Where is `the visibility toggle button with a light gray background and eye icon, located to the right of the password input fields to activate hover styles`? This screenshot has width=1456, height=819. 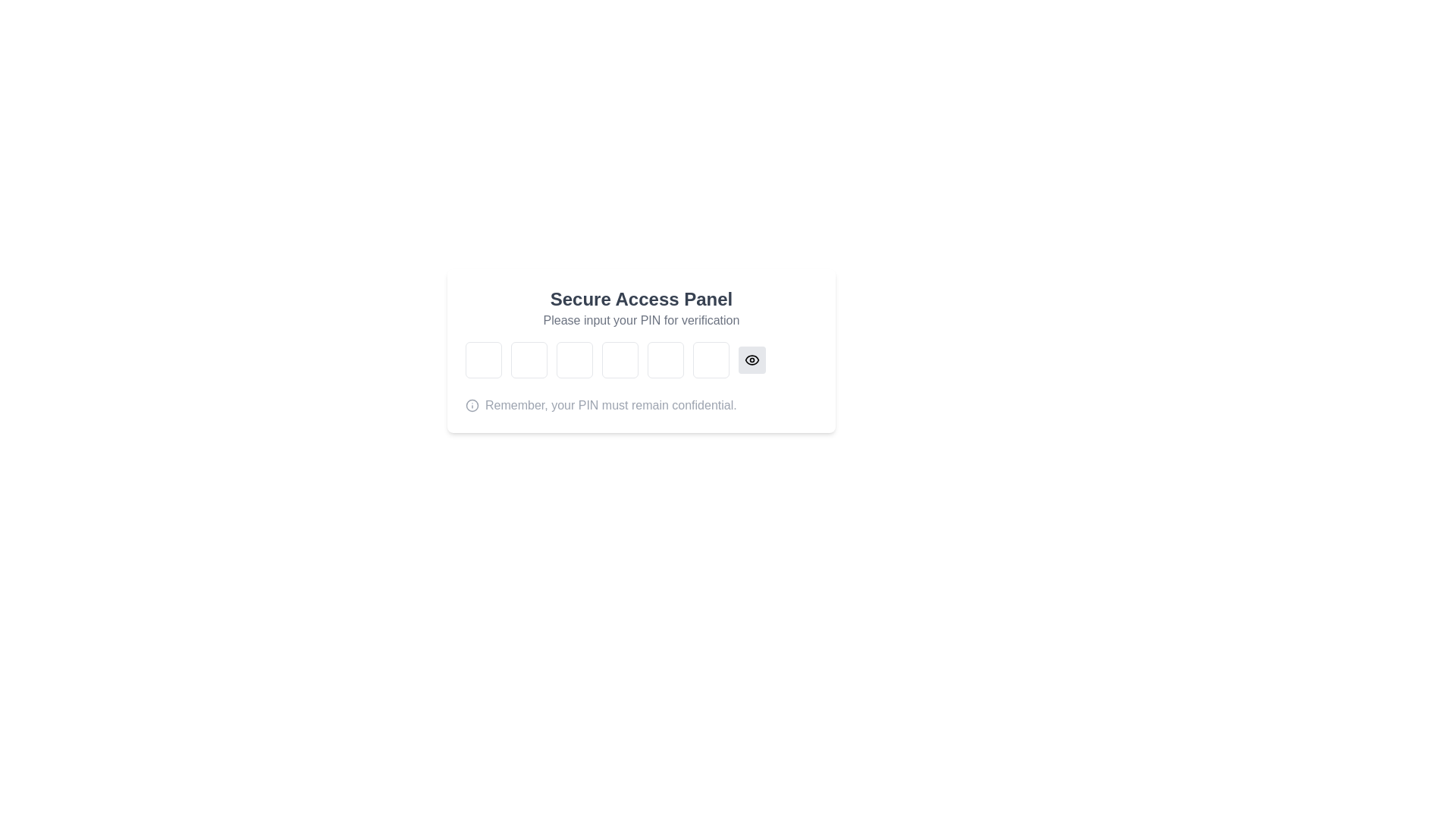 the visibility toggle button with a light gray background and eye icon, located to the right of the password input fields to activate hover styles is located at coordinates (752, 359).